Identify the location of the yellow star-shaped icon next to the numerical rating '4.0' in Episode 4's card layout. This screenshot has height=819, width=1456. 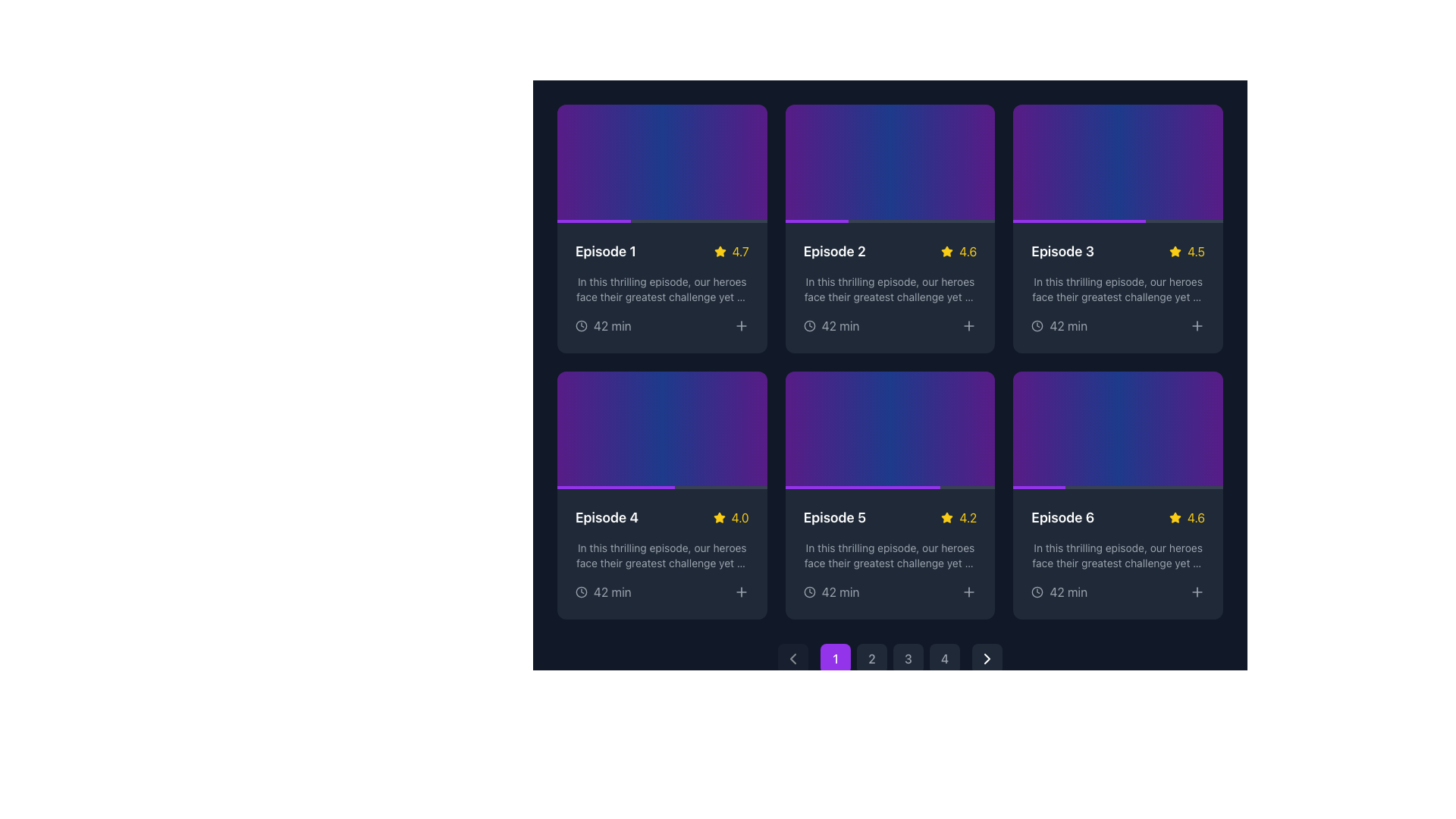
(718, 516).